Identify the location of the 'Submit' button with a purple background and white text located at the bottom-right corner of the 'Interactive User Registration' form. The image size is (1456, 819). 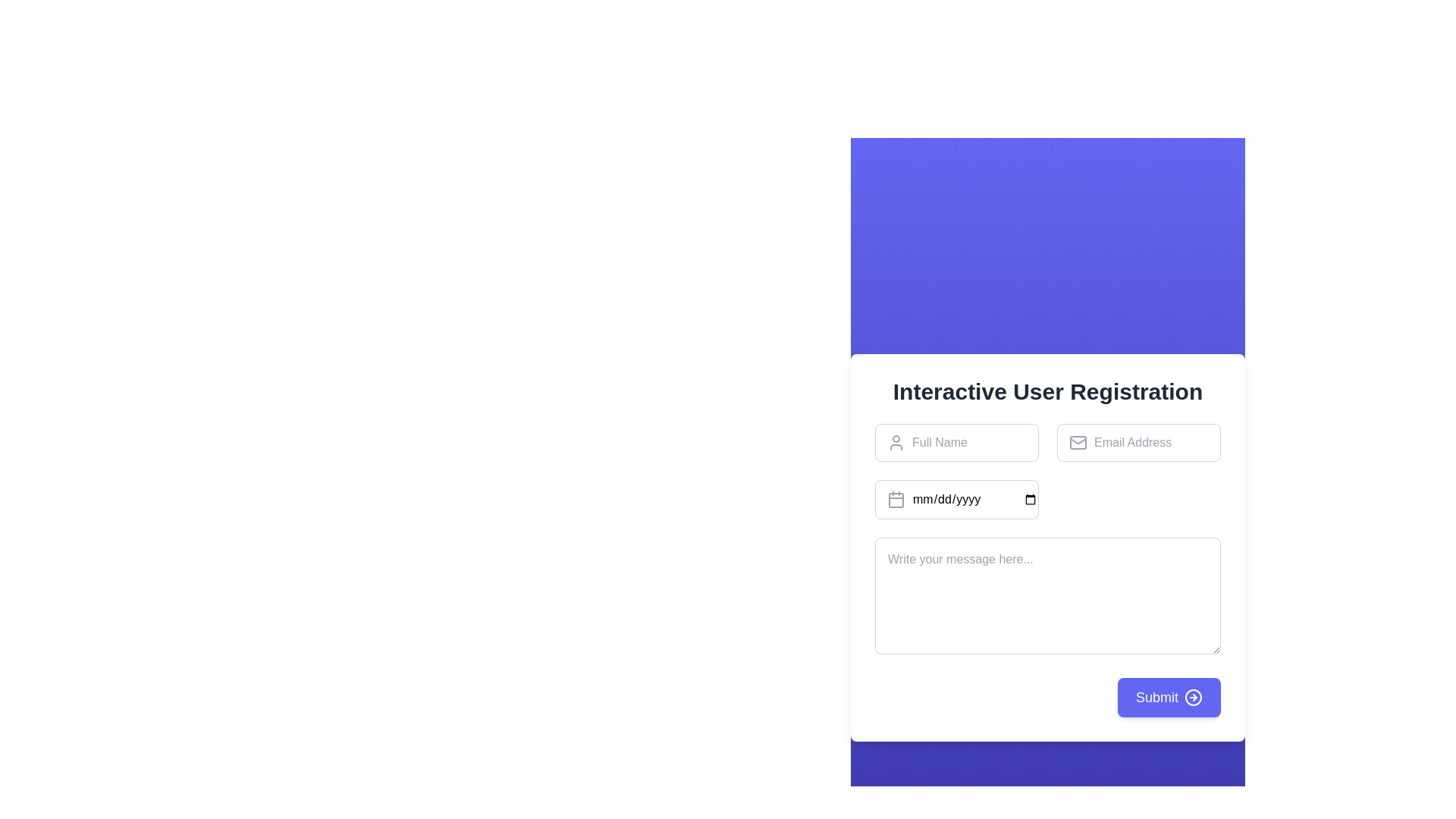
(1168, 697).